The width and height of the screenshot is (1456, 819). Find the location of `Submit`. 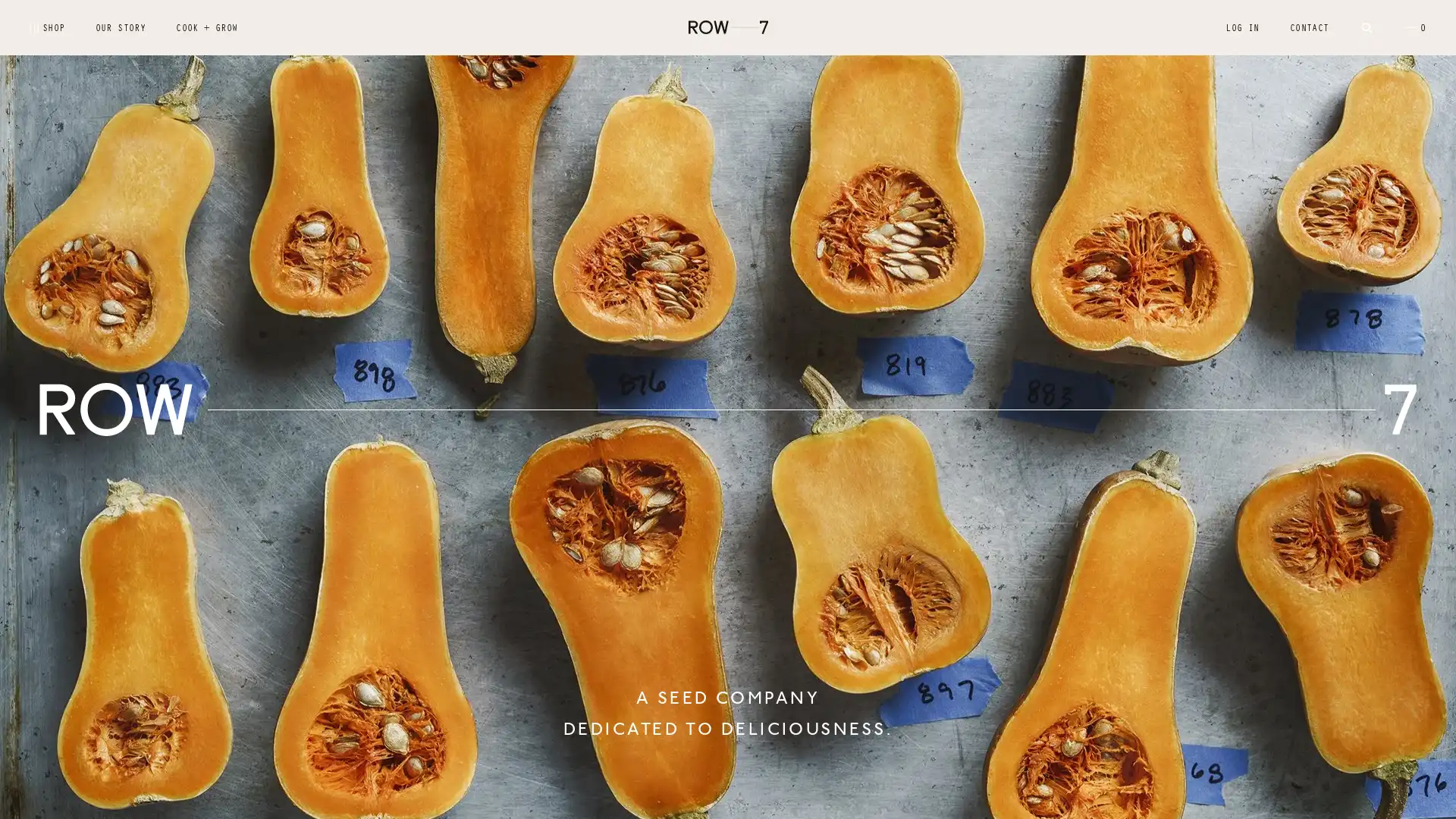

Submit is located at coordinates (32, 27).